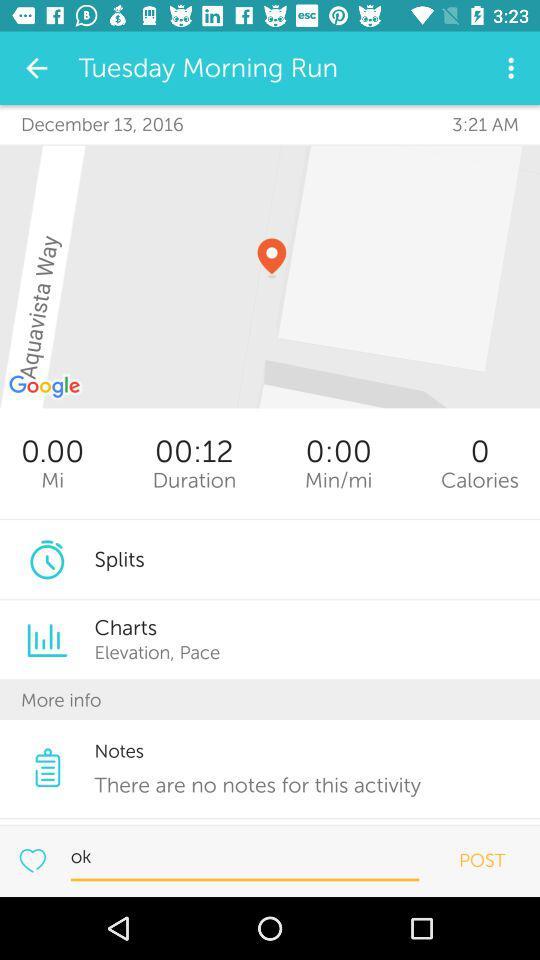 This screenshot has width=540, height=960. I want to click on the favorite icon, so click(31, 859).